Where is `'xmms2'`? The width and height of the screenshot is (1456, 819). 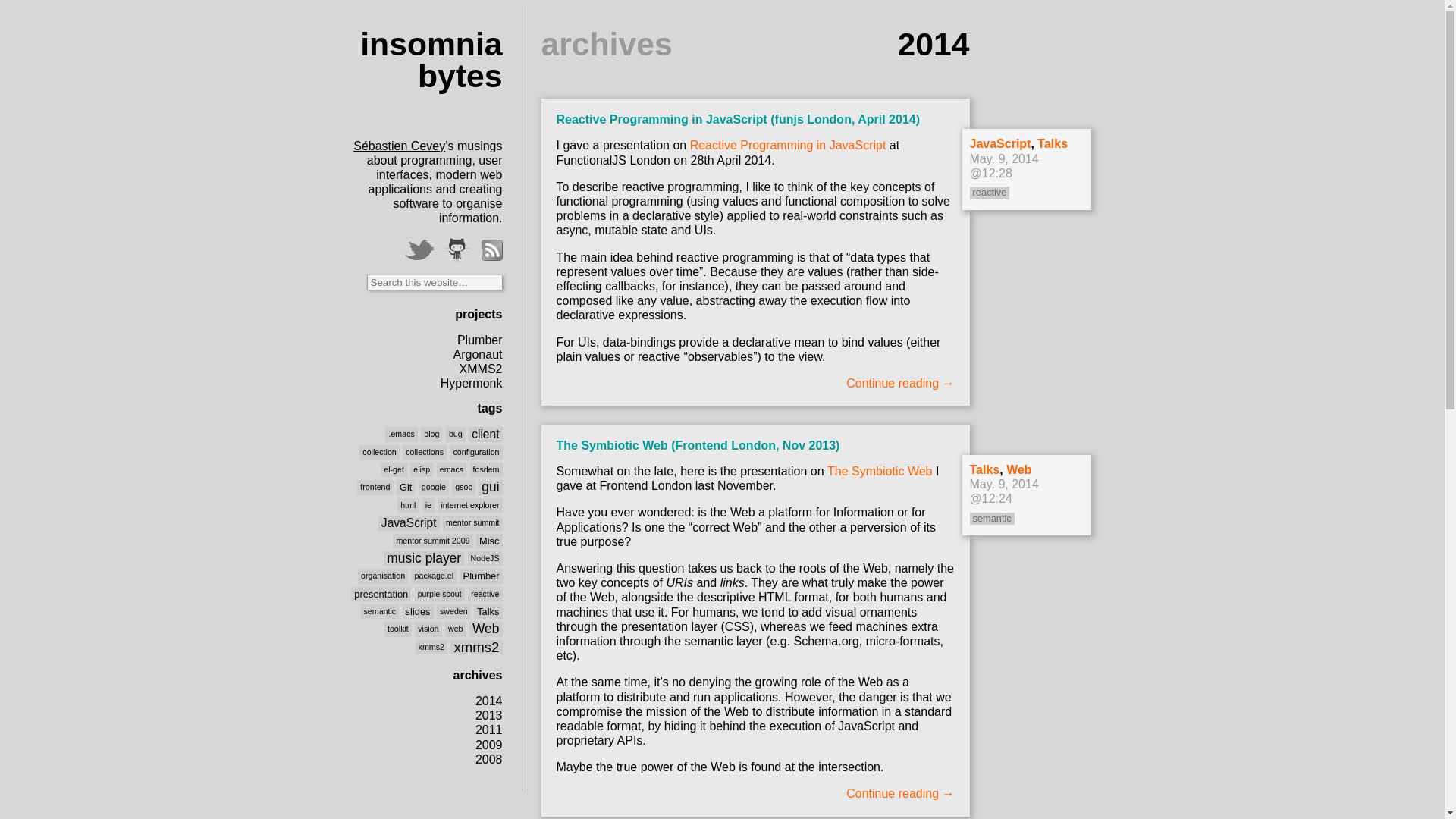
'xmms2' is located at coordinates (431, 646).